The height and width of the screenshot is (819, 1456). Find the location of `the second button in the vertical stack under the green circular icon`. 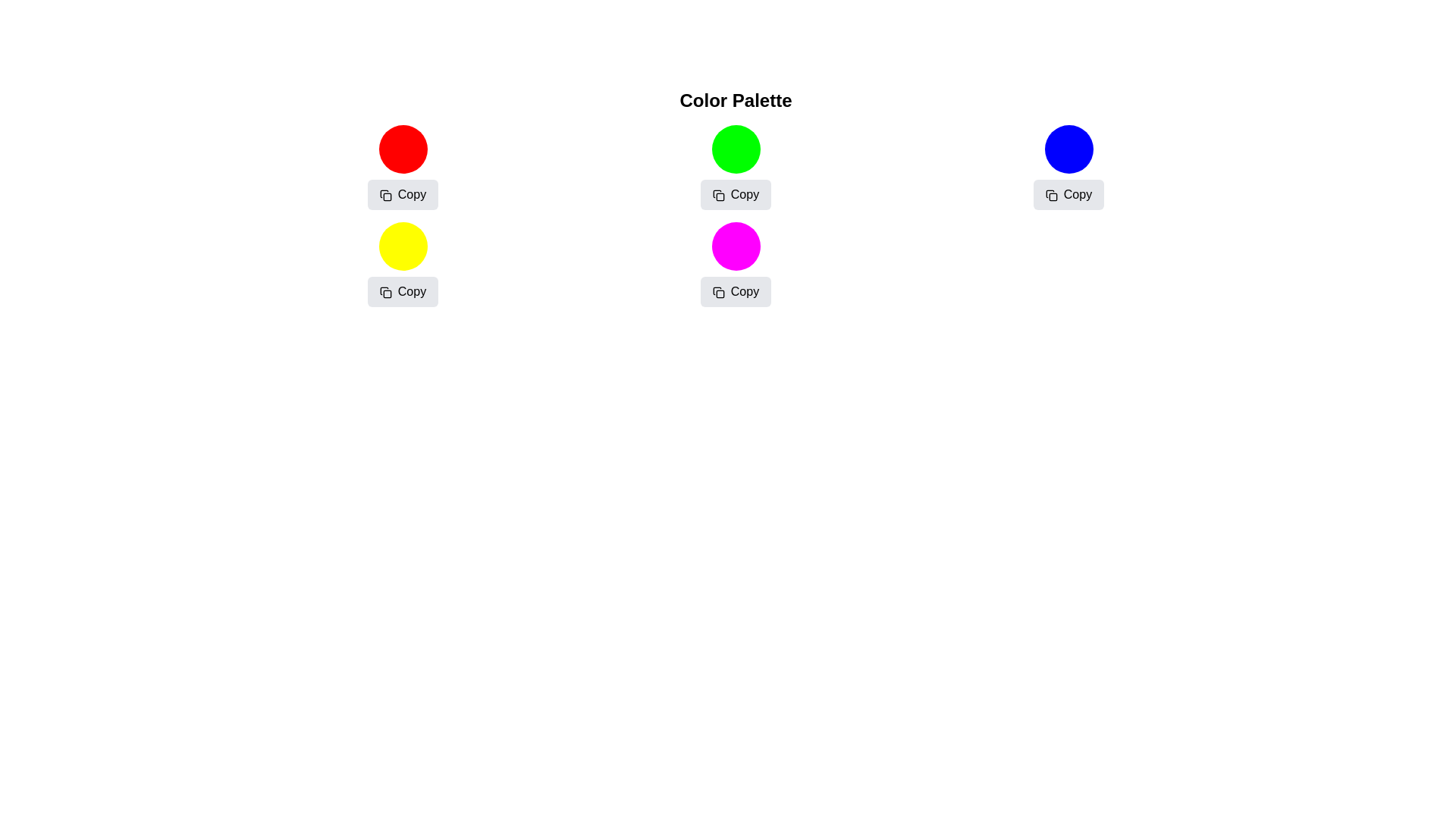

the second button in the vertical stack under the green circular icon is located at coordinates (736, 194).